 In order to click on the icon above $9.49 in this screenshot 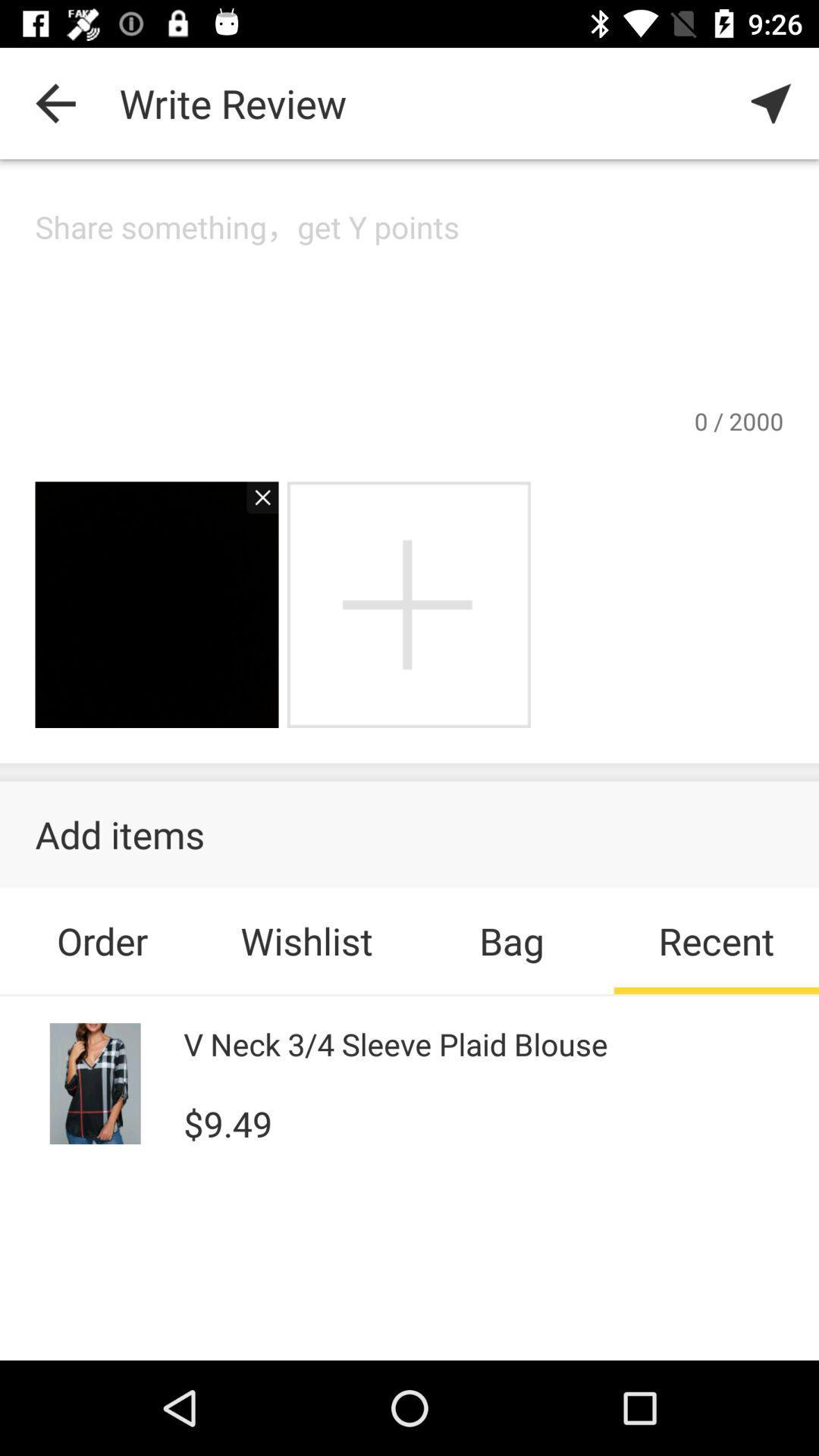, I will do `click(394, 1043)`.